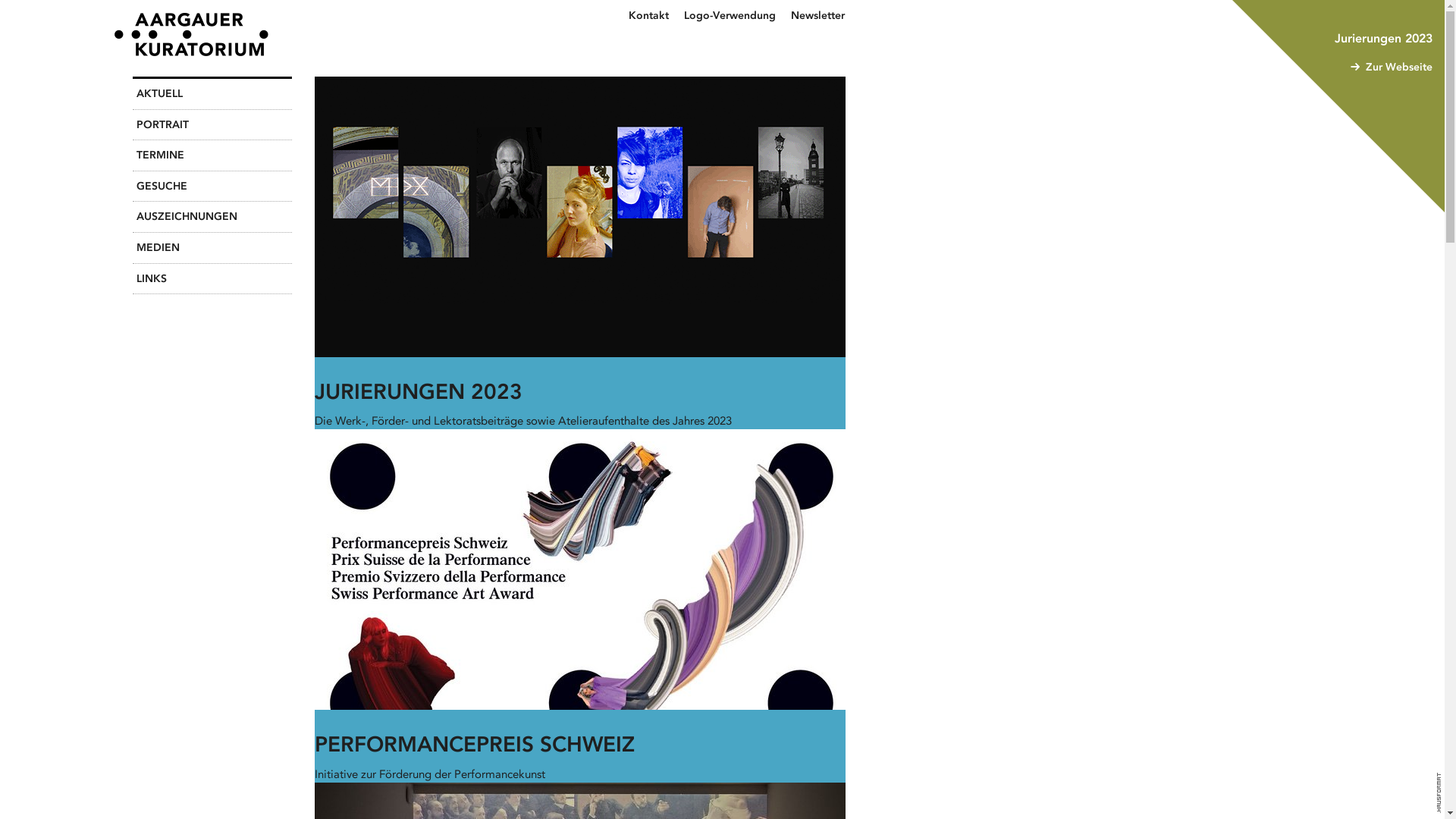  Describe the element at coordinates (132, 124) in the screenshot. I see `'PORTRAIT'` at that location.